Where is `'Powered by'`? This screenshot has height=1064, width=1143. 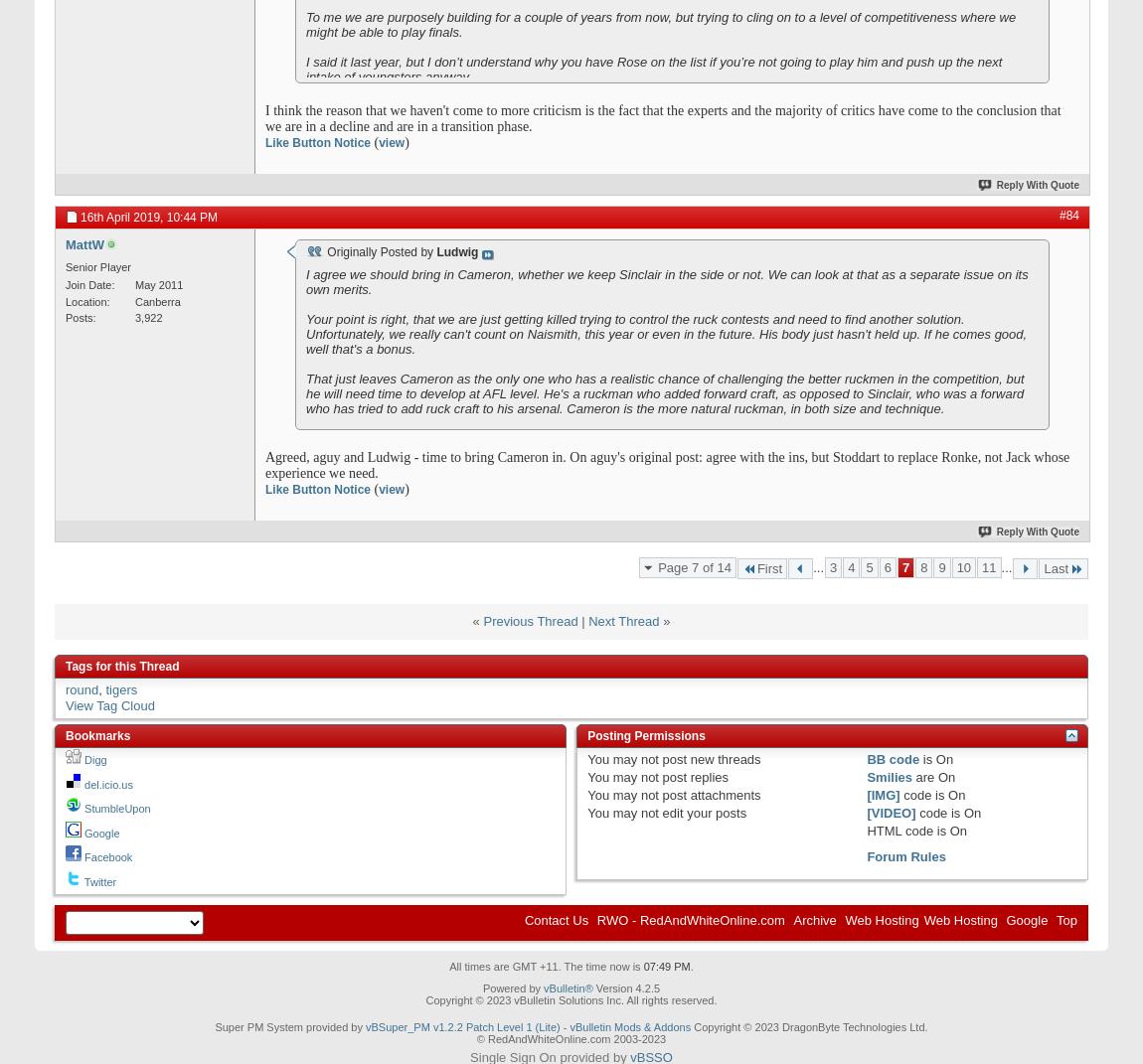
'Powered by' is located at coordinates (513, 987).